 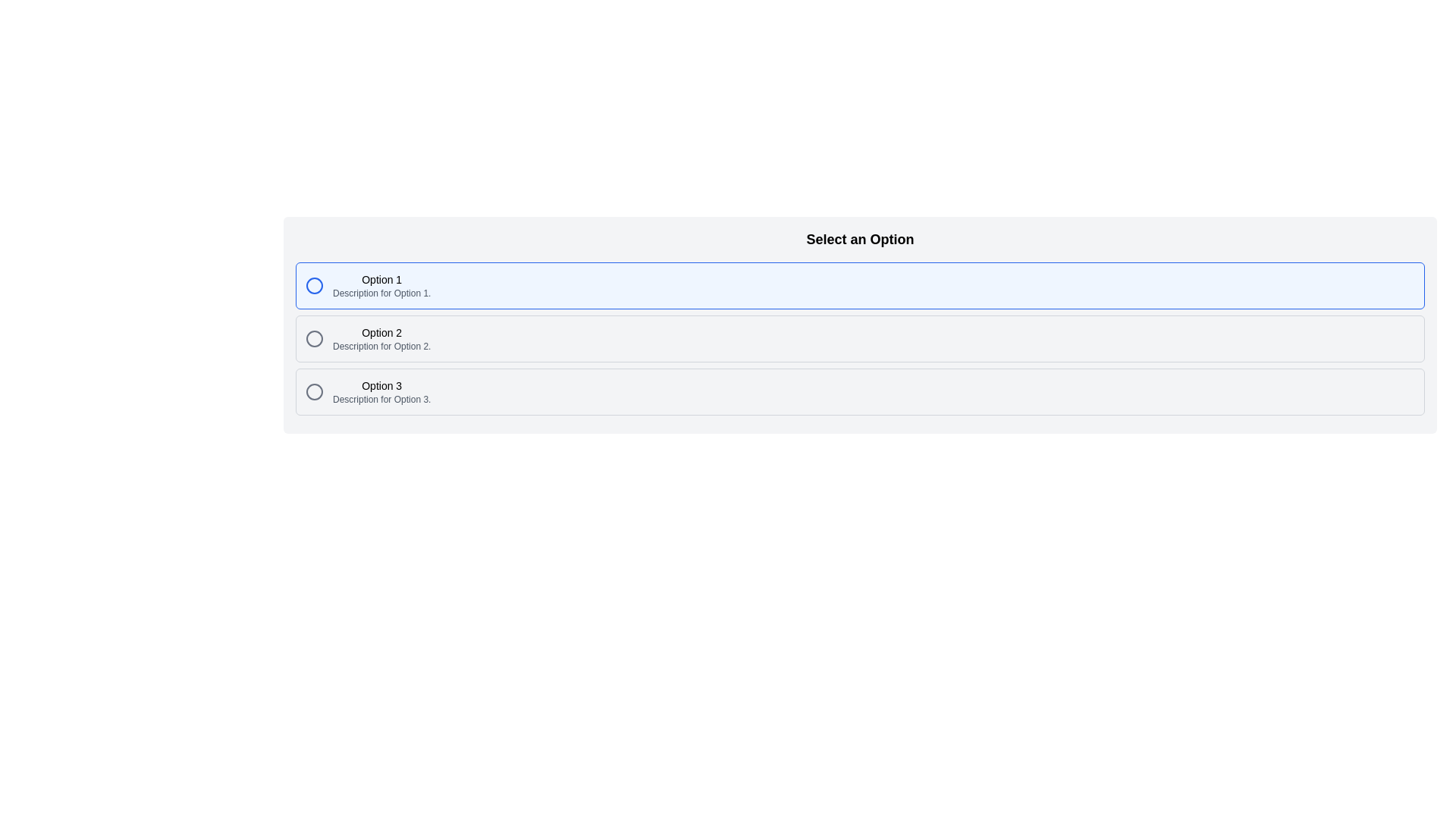 What do you see at coordinates (381, 280) in the screenshot?
I see `the text label displaying 'Option 1', which is part of a selectable option group and located above the descriptive line 'Description for Option 1.'` at bounding box center [381, 280].